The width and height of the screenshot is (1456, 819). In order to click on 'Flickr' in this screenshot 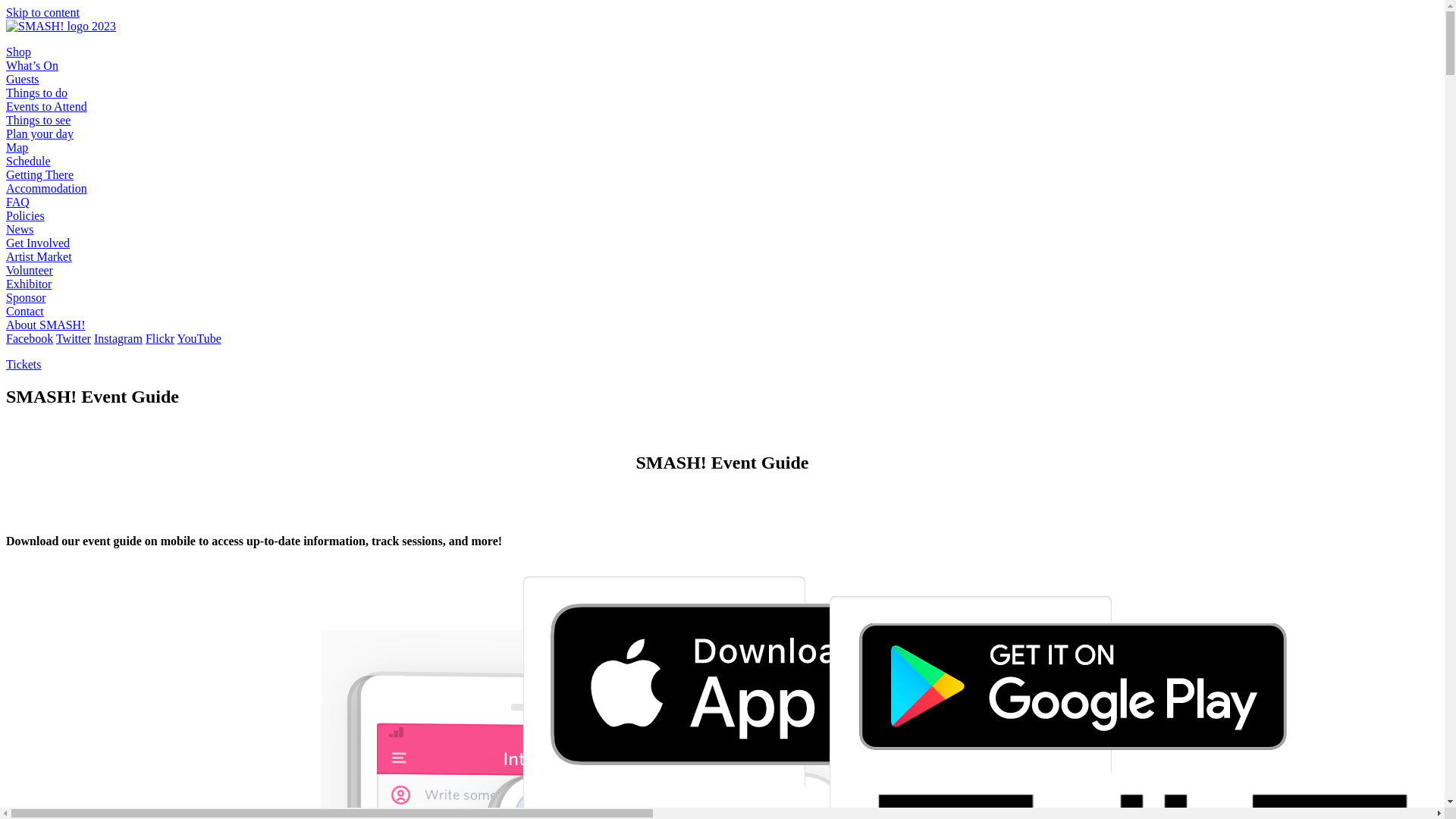, I will do `click(160, 337)`.